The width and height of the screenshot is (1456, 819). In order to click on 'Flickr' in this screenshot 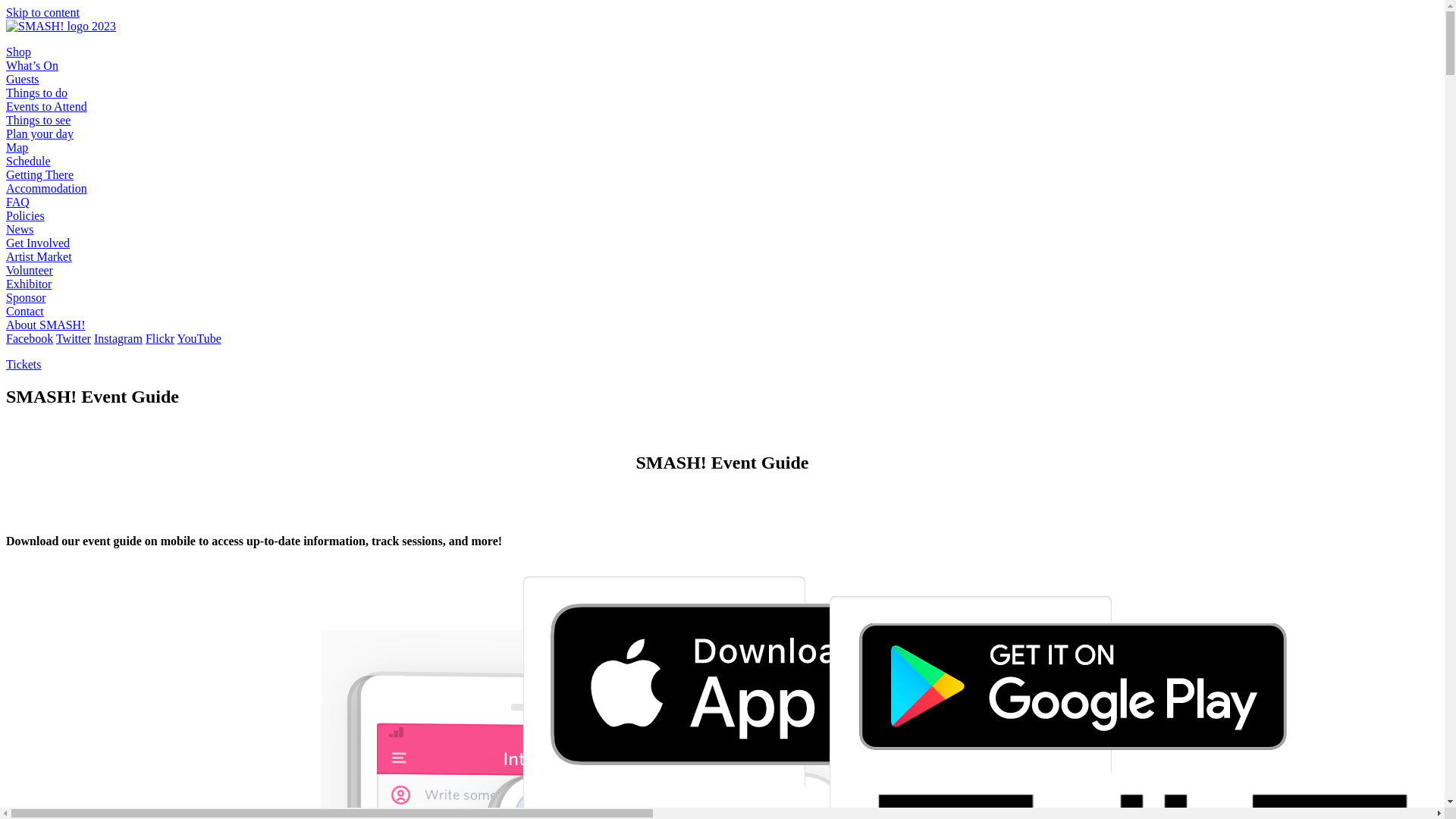, I will do `click(160, 337)`.